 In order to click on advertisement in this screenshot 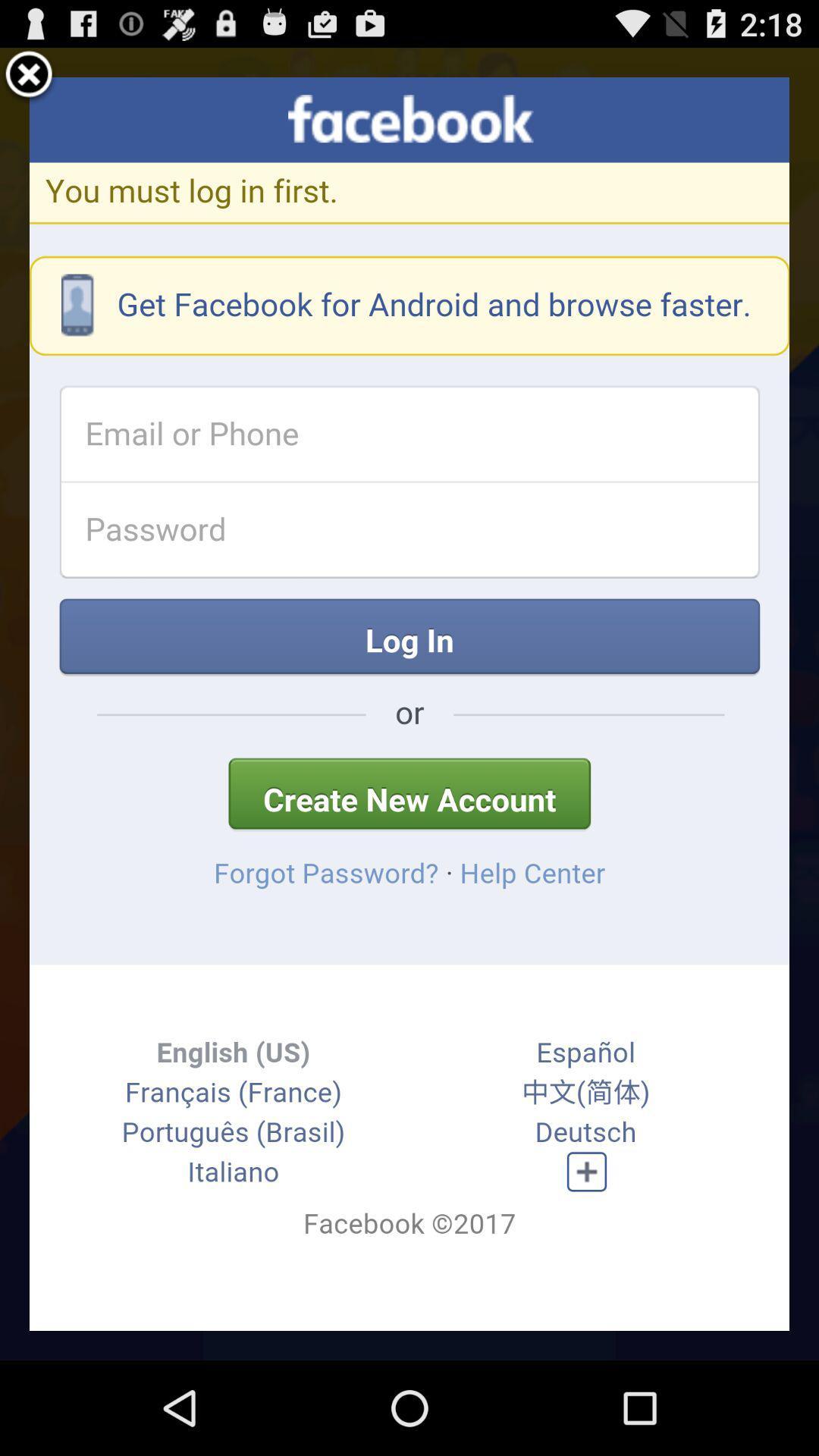, I will do `click(29, 76)`.